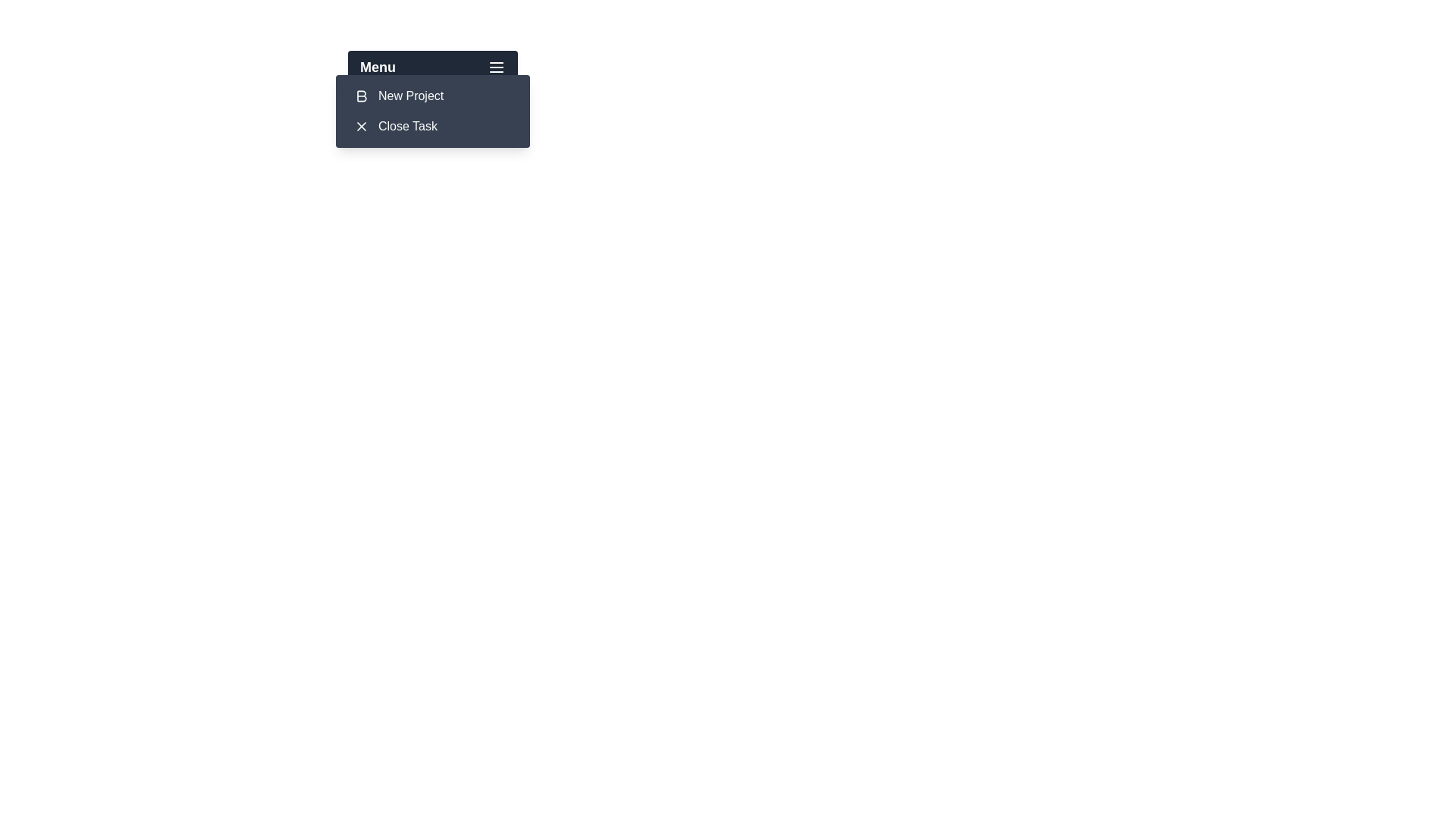 Image resolution: width=1456 pixels, height=819 pixels. What do you see at coordinates (432, 125) in the screenshot?
I see `the 'Close Task' button, which is the second item in the dropdown menu with a dark gray background and light gray text` at bounding box center [432, 125].